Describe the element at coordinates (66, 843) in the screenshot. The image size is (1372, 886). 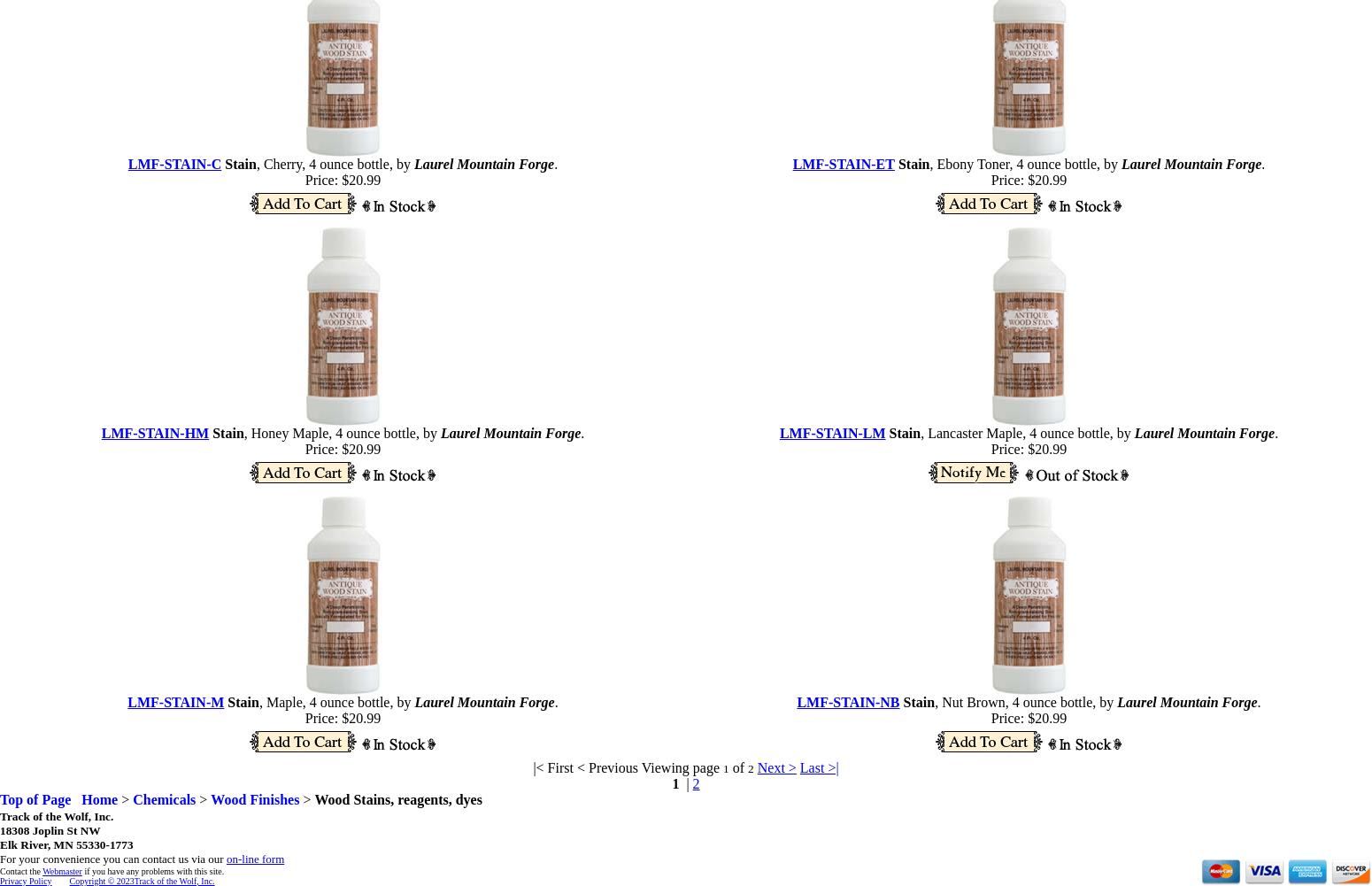
I see `'Elk River, MN 55330-1773'` at that location.